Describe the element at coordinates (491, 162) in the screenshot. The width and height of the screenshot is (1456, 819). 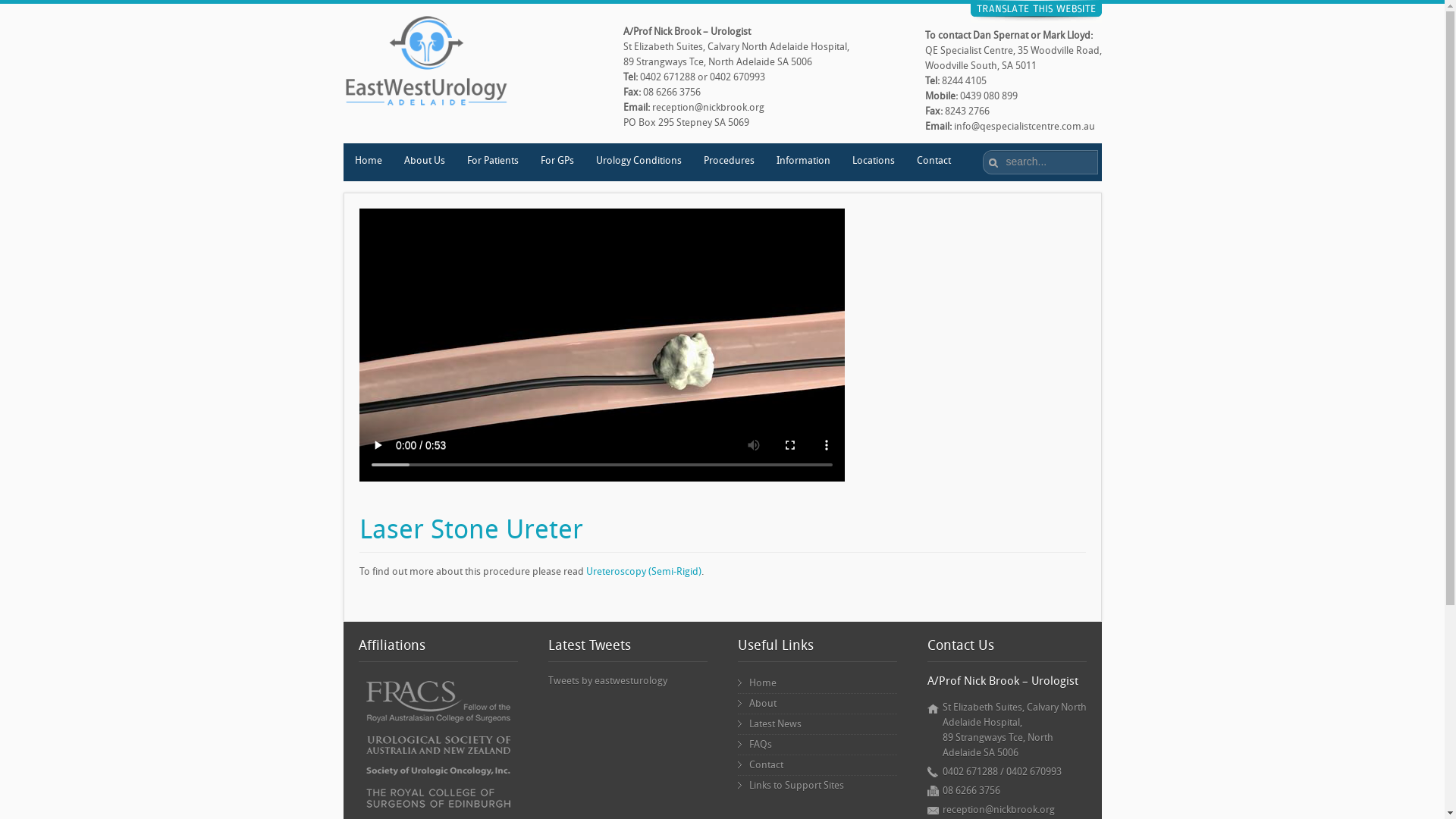
I see `'For Patients'` at that location.